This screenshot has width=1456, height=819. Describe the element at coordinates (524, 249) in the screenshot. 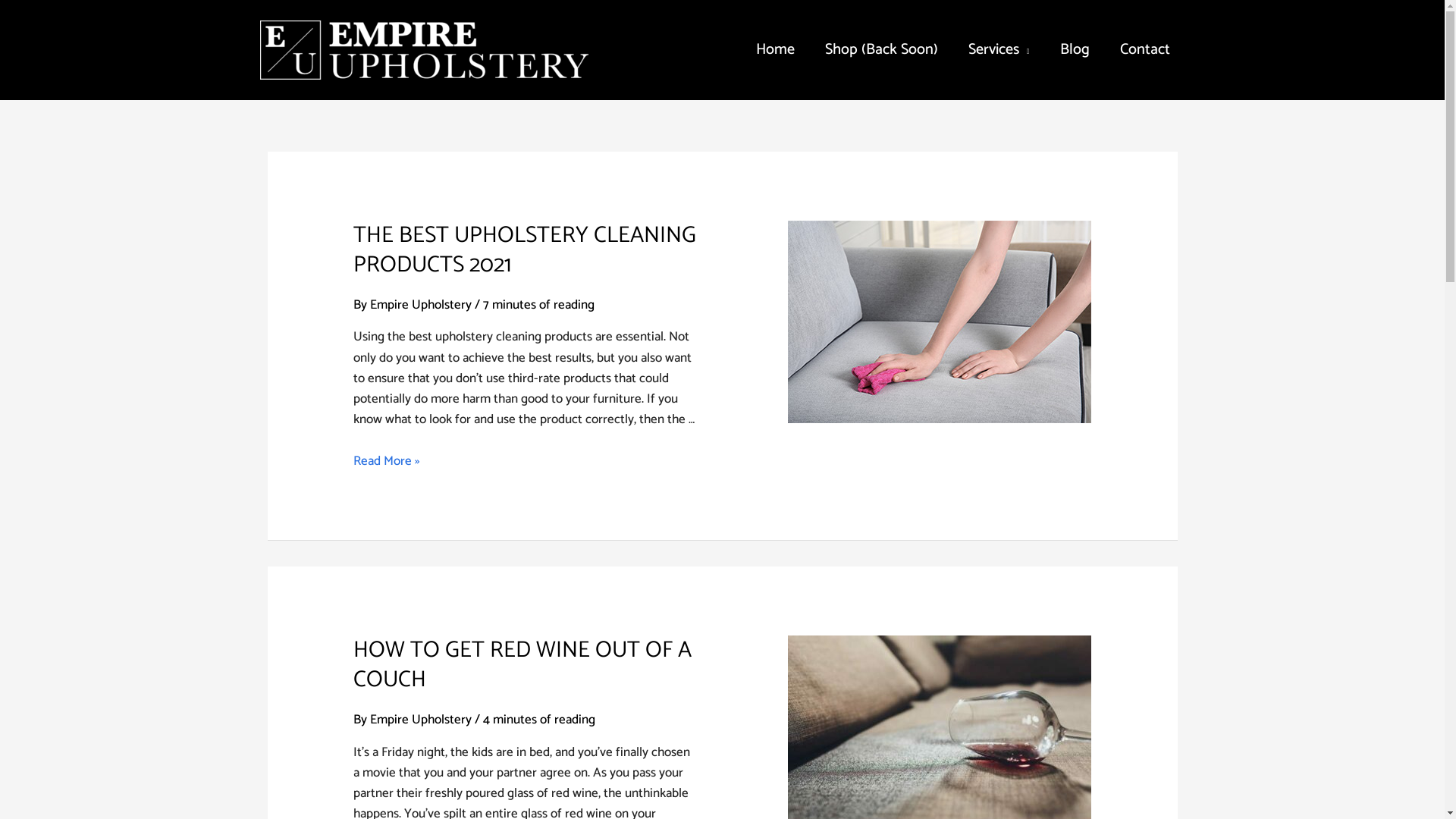

I see `'THE BEST UPHOLSTERY CLEANING PRODUCTS 2021'` at that location.